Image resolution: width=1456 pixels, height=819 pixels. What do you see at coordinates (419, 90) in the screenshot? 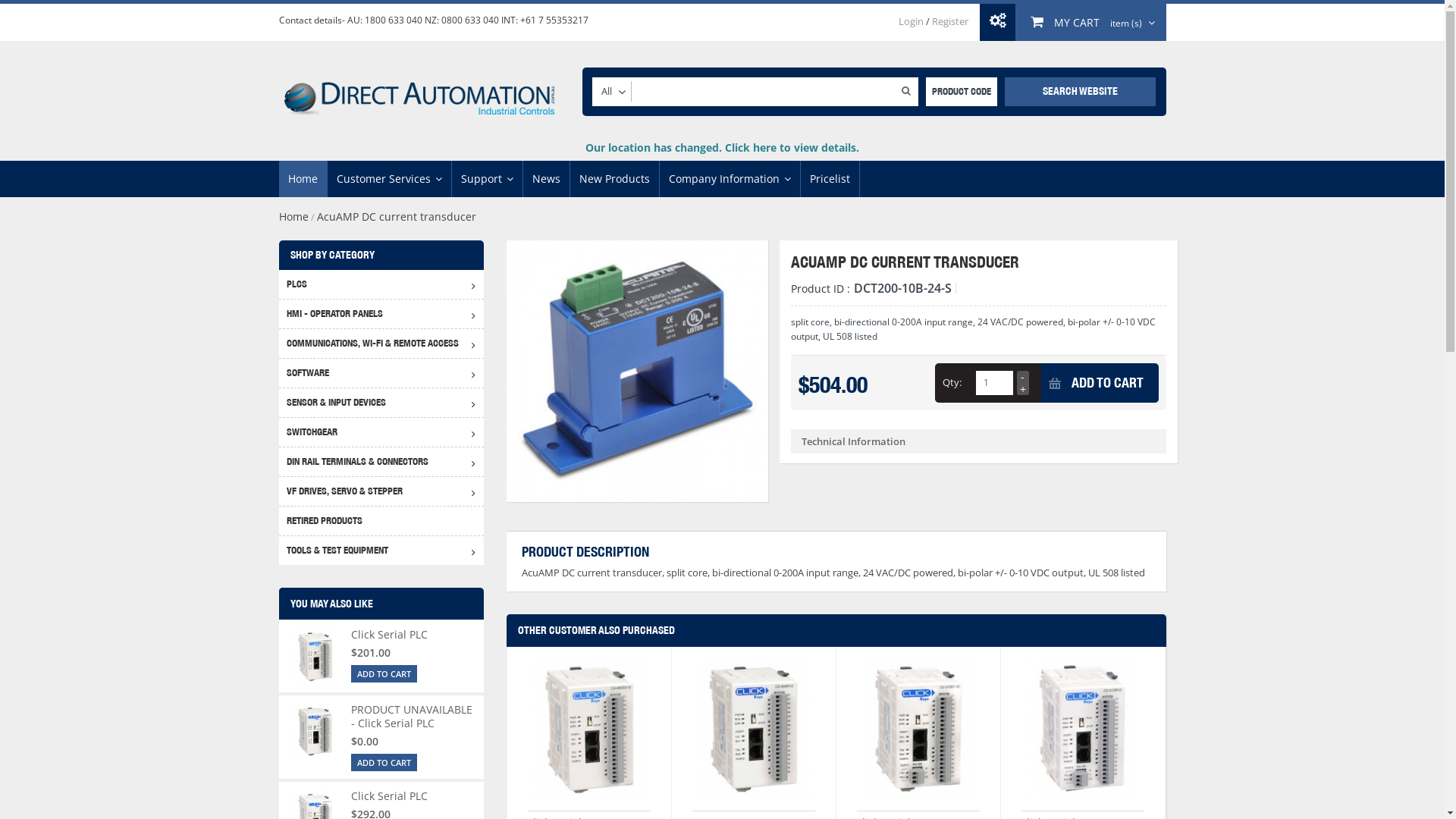
I see `'Direct Automation'` at bounding box center [419, 90].